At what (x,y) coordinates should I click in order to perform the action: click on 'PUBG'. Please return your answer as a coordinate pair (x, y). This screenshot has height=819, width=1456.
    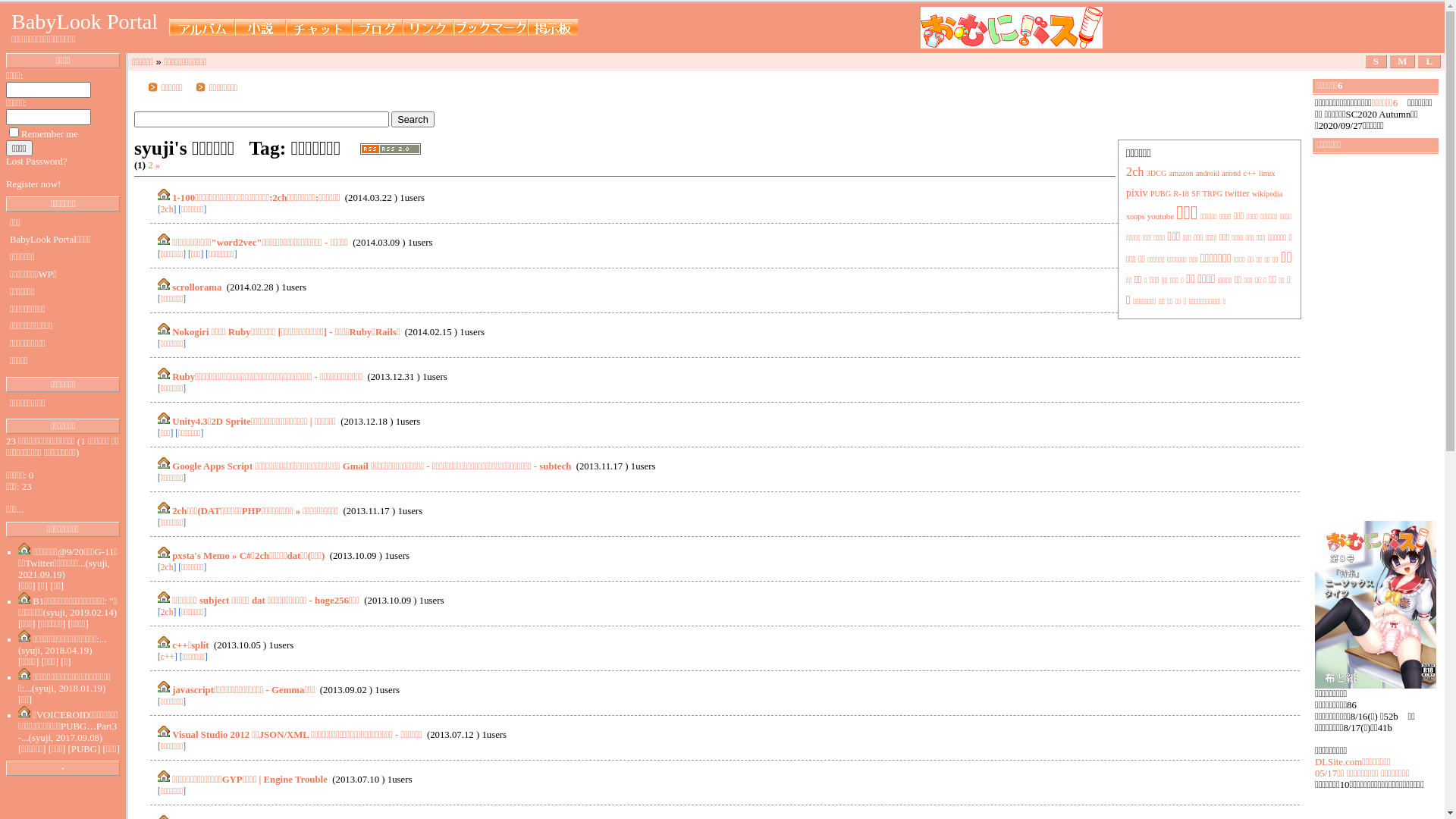
    Looking at the image, I should click on (1150, 193).